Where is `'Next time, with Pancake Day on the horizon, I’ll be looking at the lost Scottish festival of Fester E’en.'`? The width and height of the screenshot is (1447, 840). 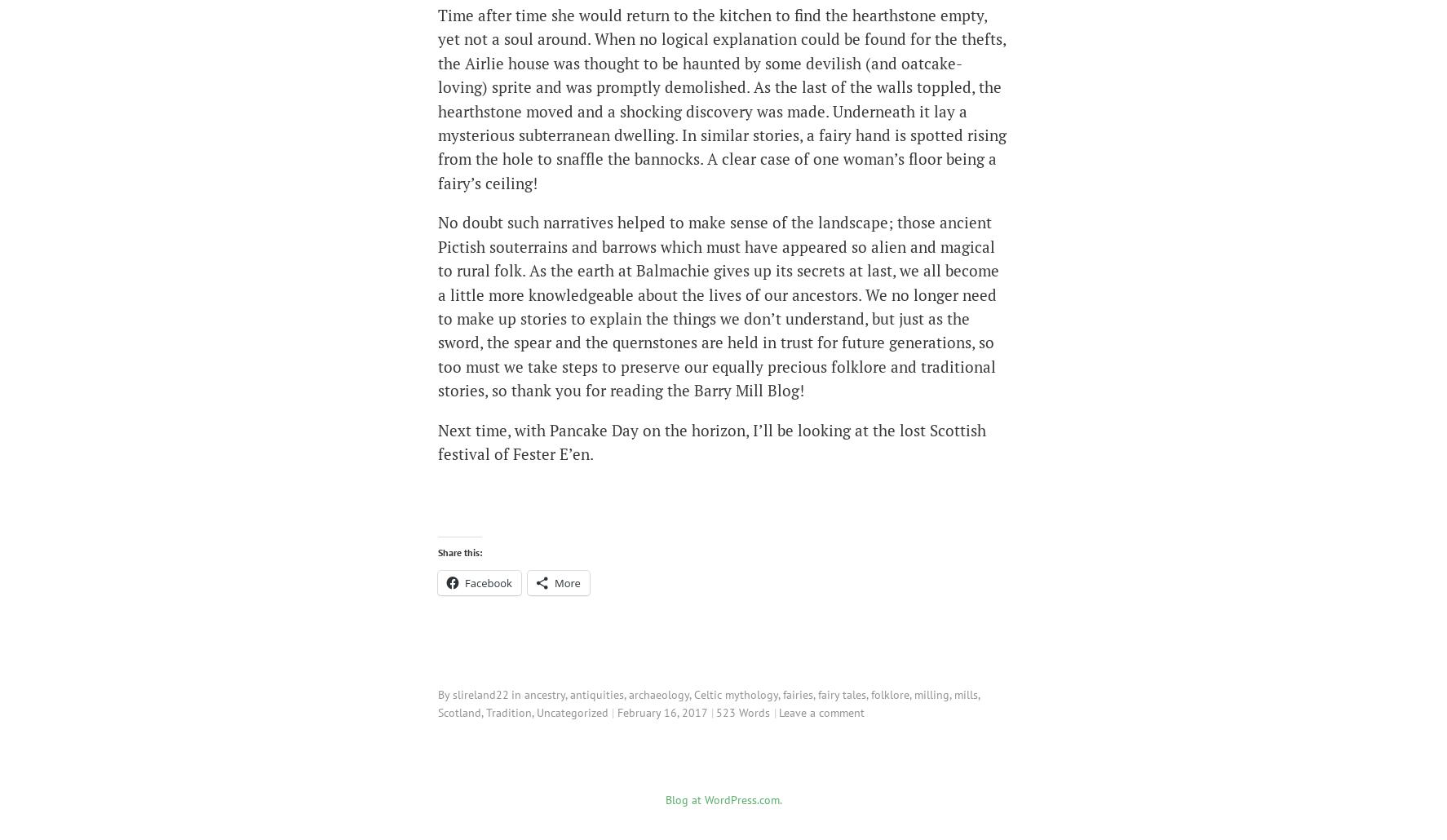 'Next time, with Pancake Day on the horizon, I’ll be looking at the lost Scottish festival of Fester E’en.' is located at coordinates (711, 441).